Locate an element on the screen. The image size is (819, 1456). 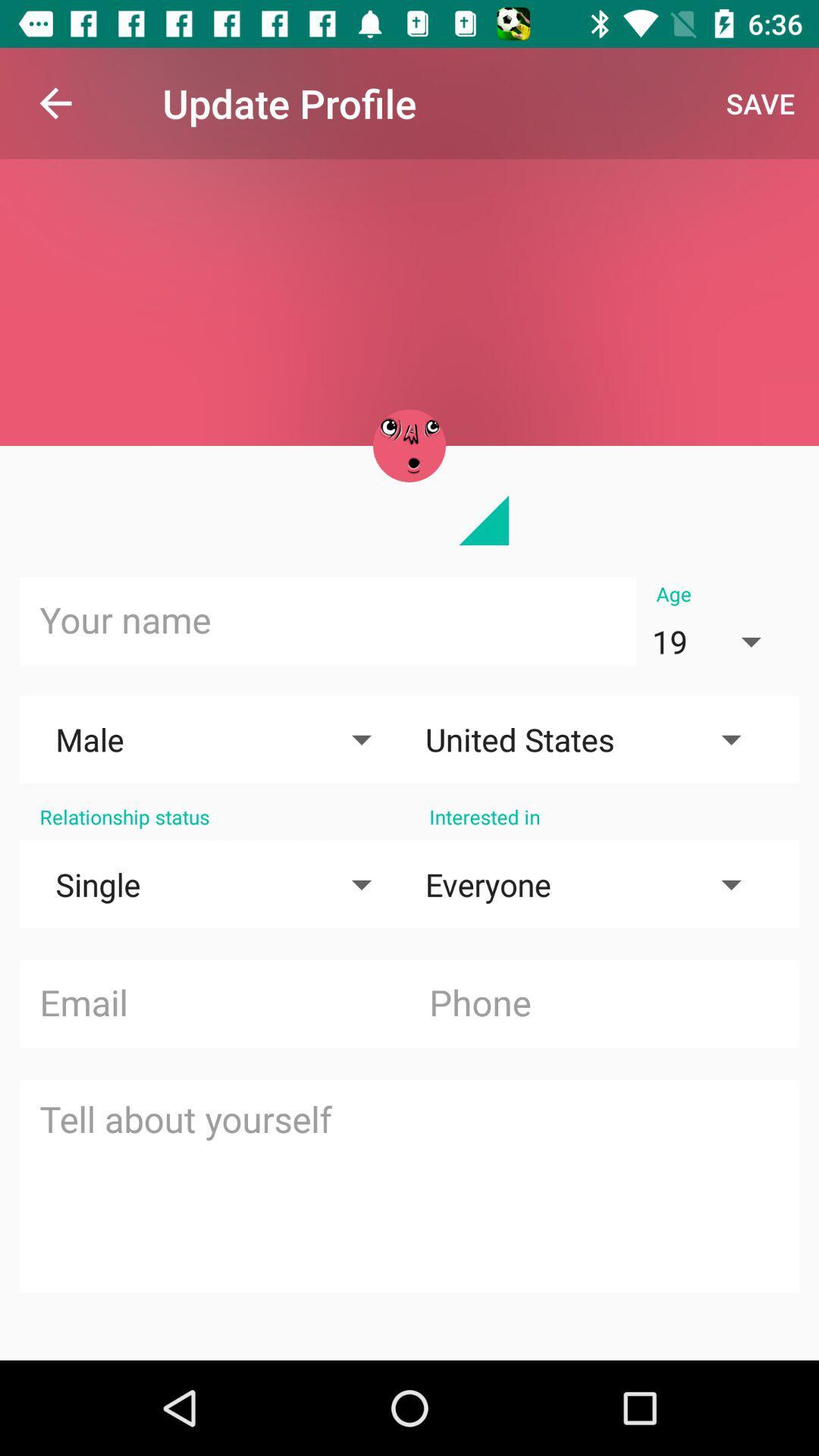
your name is located at coordinates (327, 621).